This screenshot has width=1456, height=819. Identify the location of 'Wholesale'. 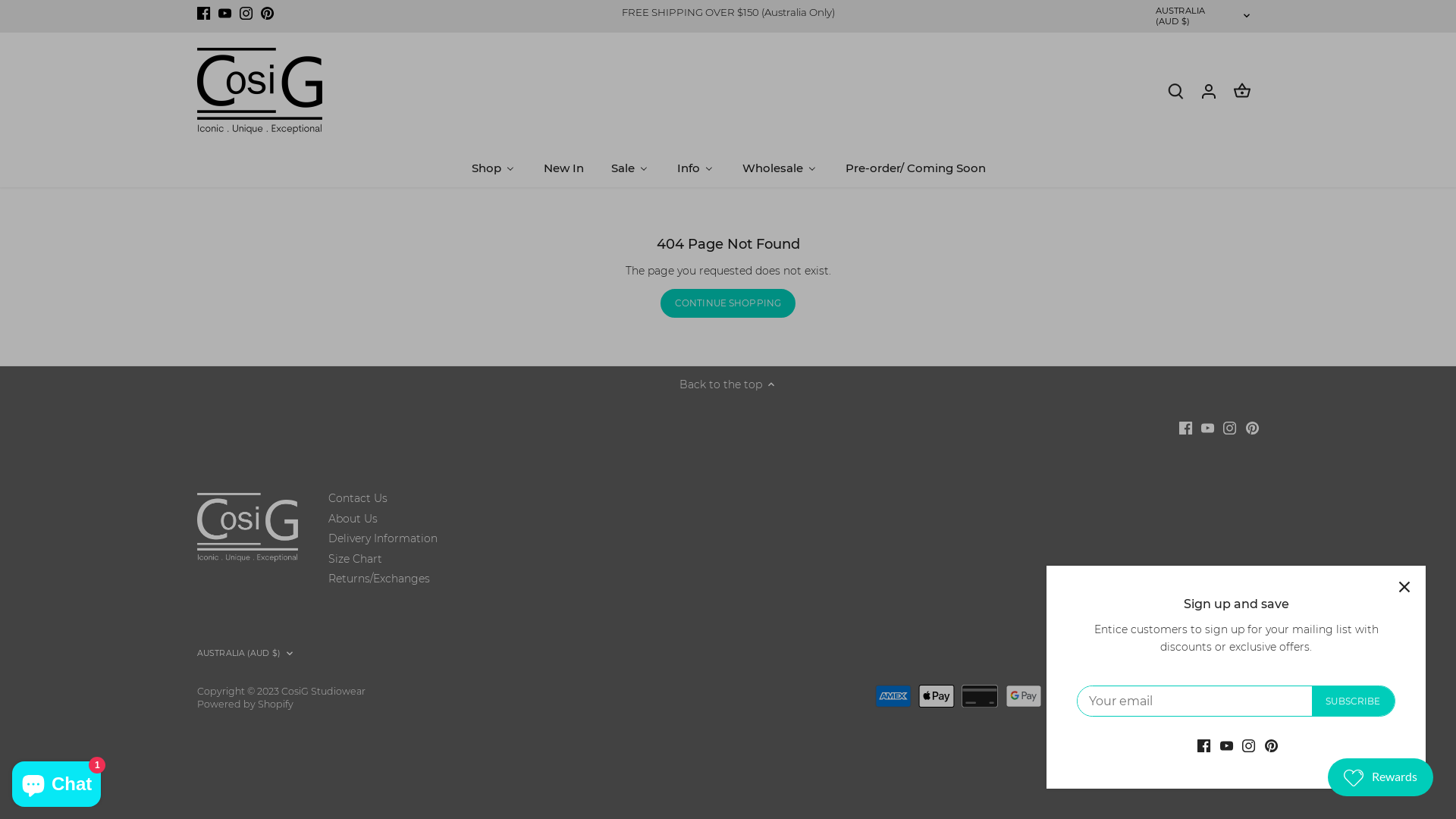
(779, 168).